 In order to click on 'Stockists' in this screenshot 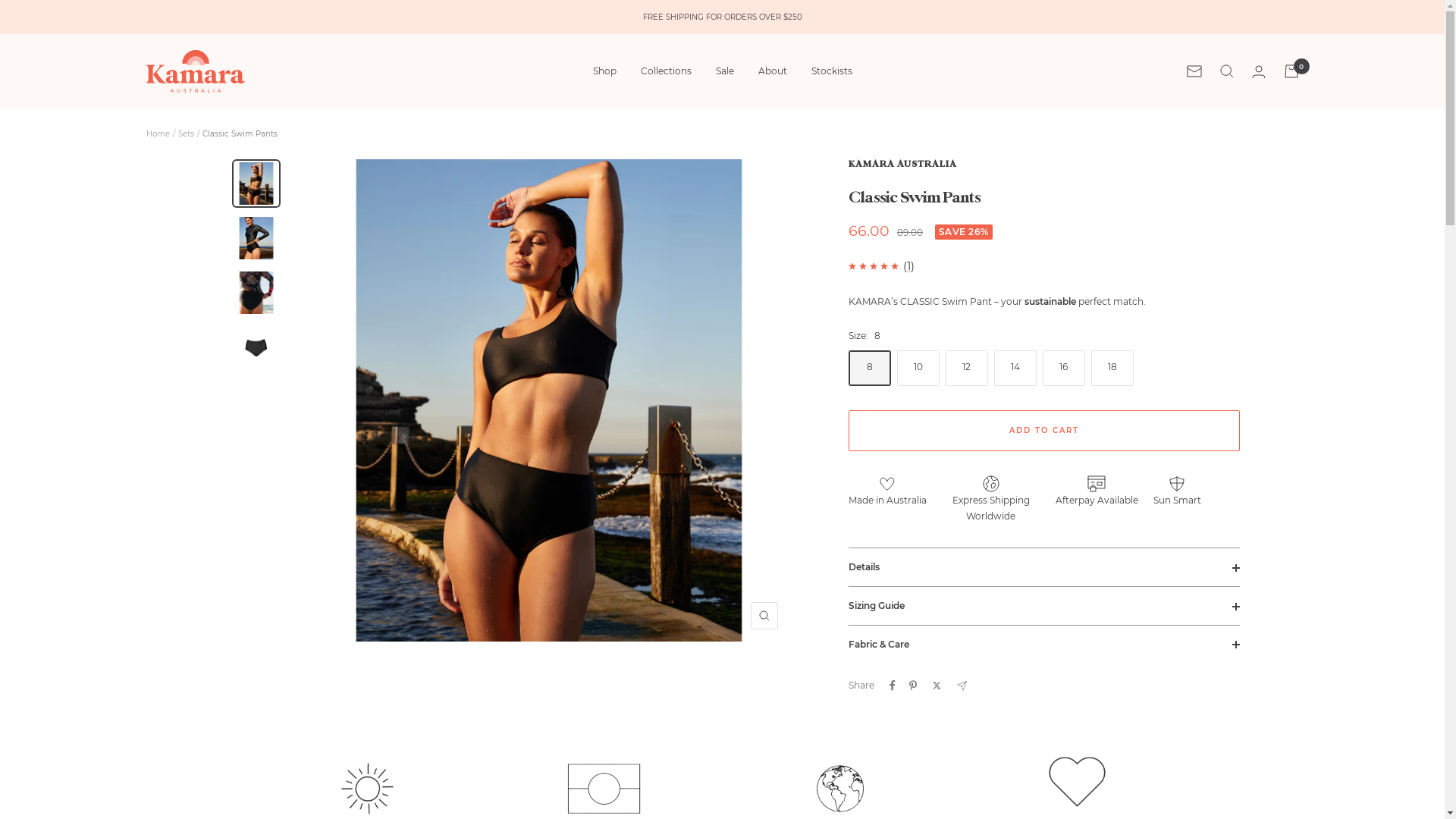, I will do `click(831, 71)`.